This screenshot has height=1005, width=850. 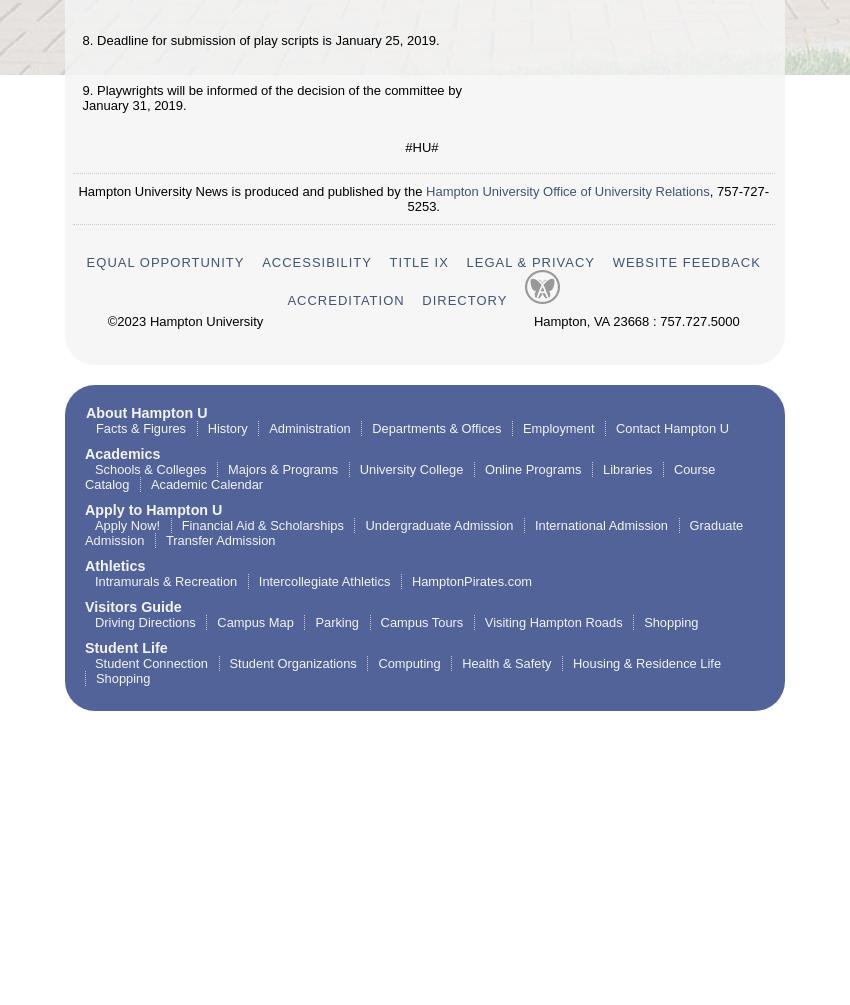 What do you see at coordinates (205, 483) in the screenshot?
I see `'Academic Calendar'` at bounding box center [205, 483].